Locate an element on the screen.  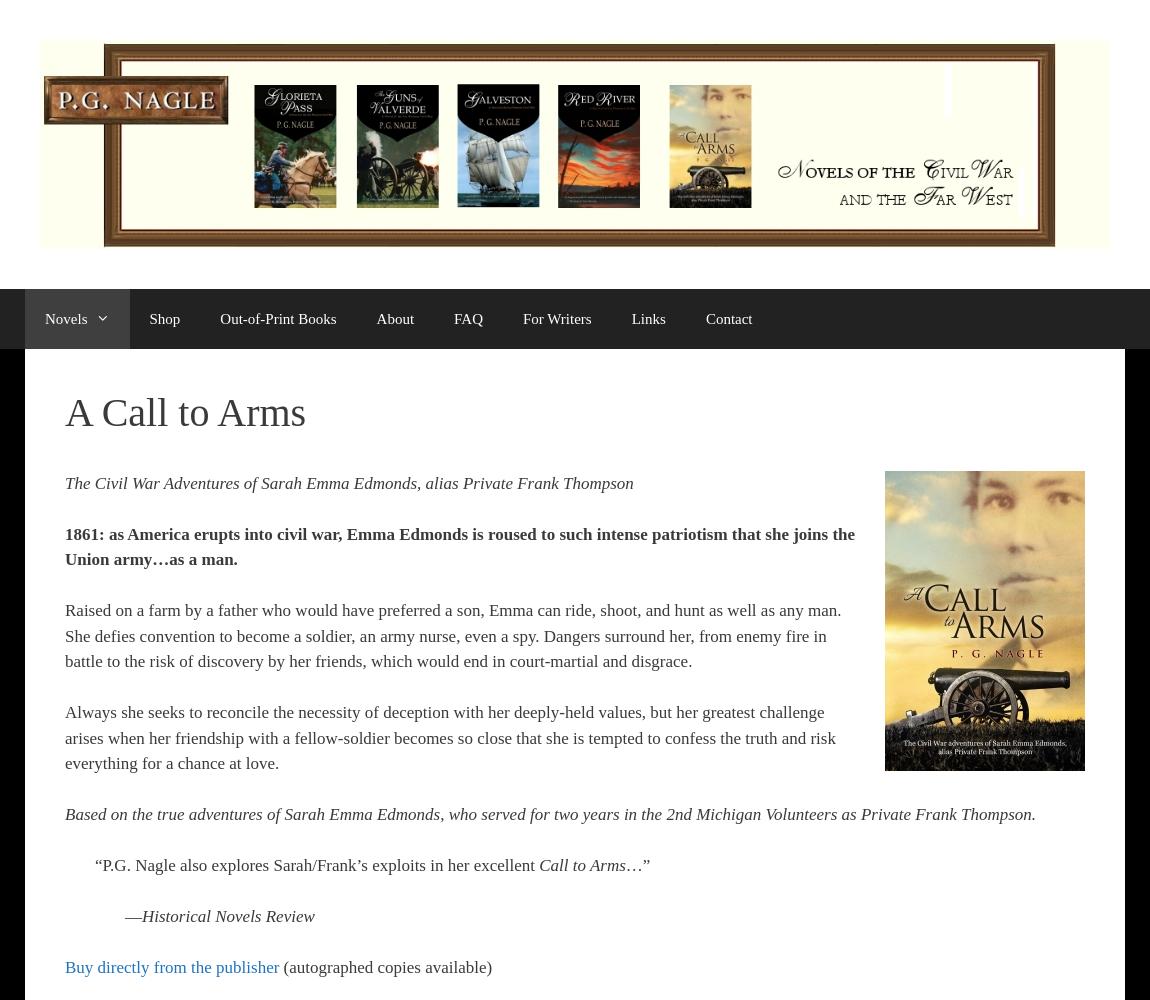
'“P.G. Nagle also explores Sarah/Frank’s exploits in her excellent' is located at coordinates (317, 864).